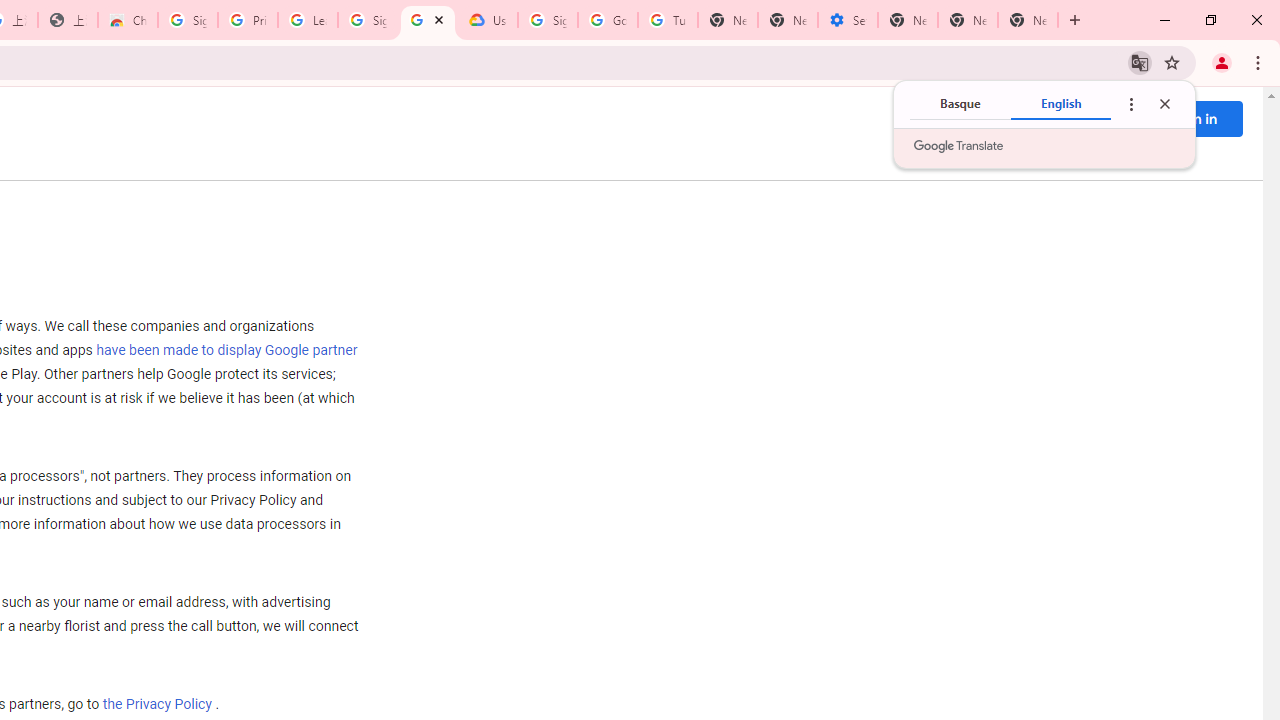 The height and width of the screenshot is (720, 1280). Describe the element at coordinates (548, 20) in the screenshot. I see `'Sign in - Google Accounts'` at that location.